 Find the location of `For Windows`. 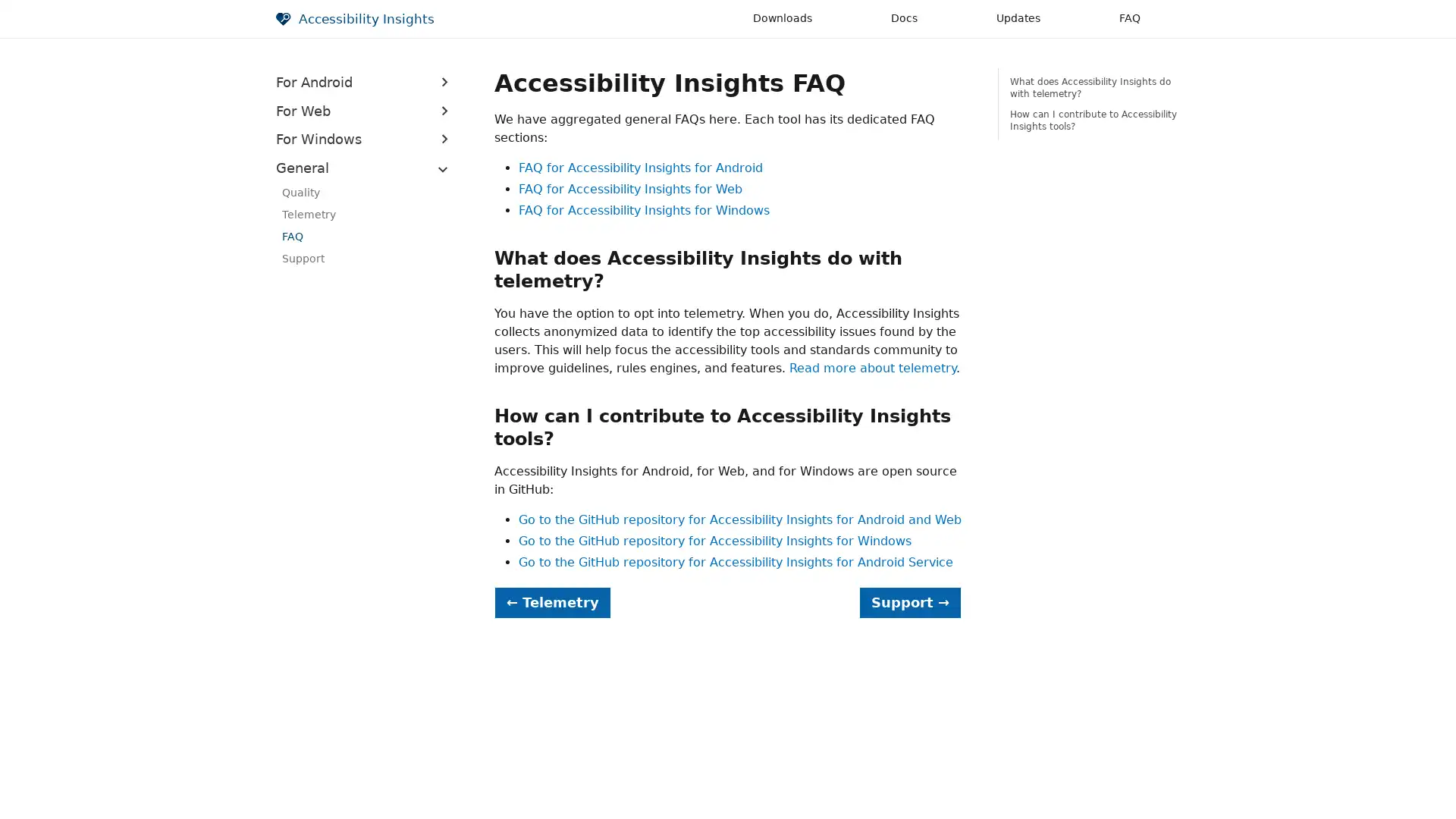

For Windows is located at coordinates (367, 139).